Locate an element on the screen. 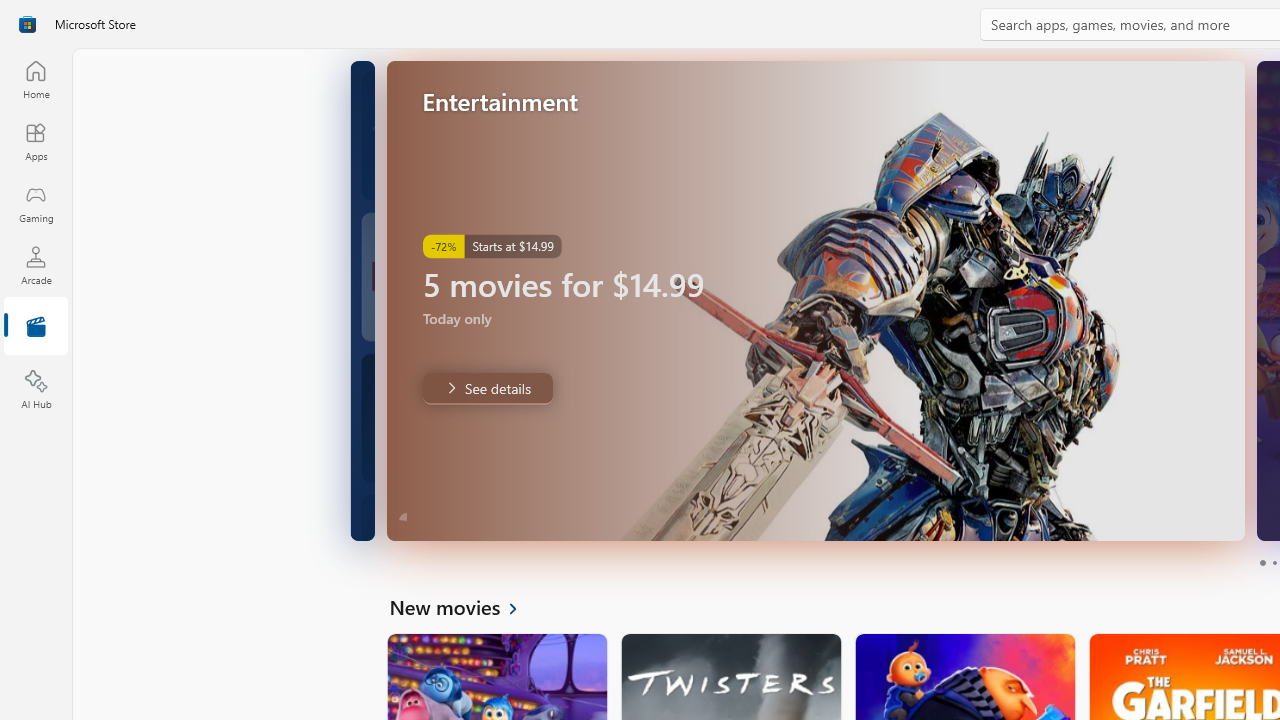  'Page 1' is located at coordinates (1261, 563).